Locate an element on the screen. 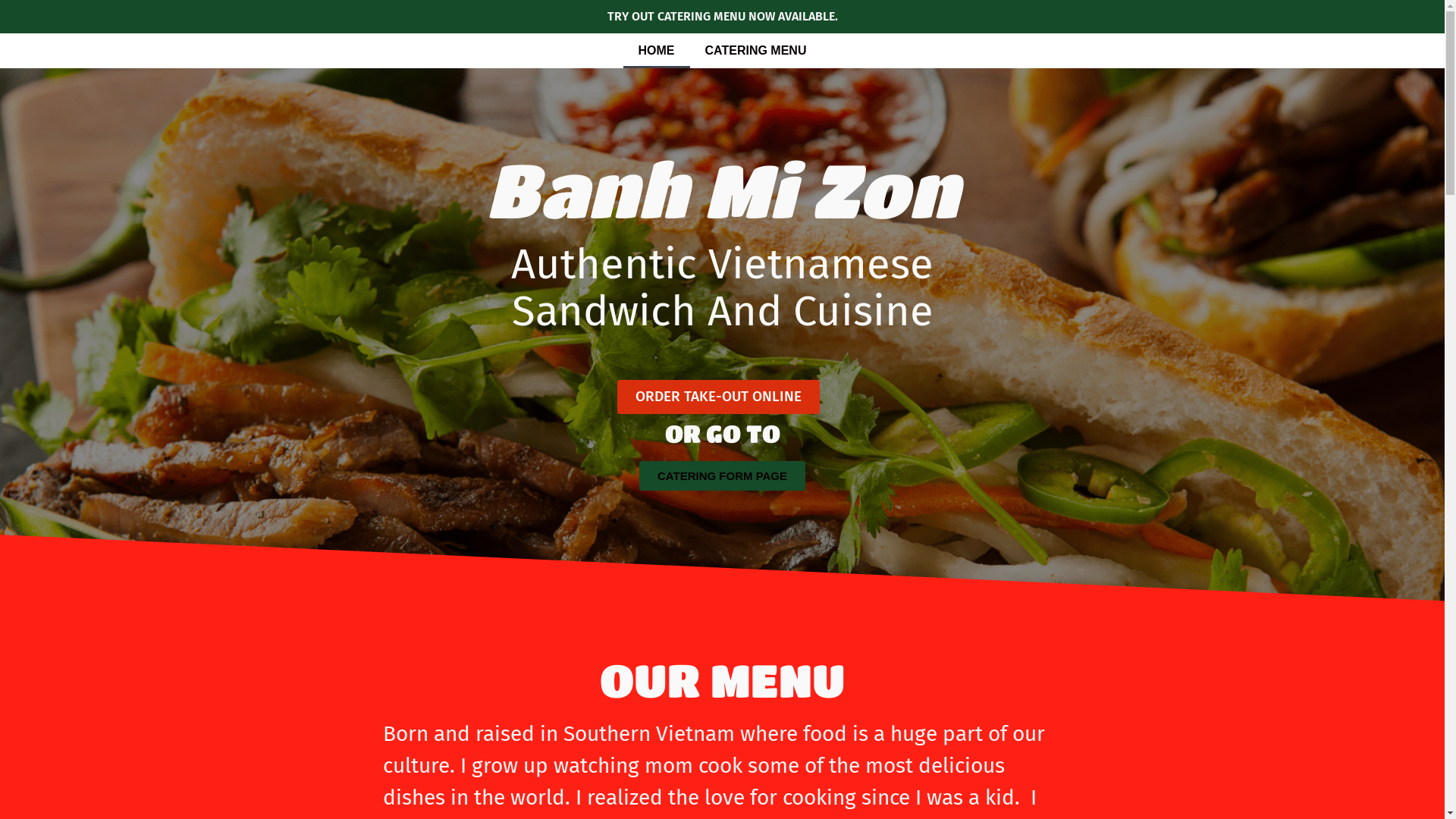 Image resolution: width=1456 pixels, height=819 pixels. 'HOME' is located at coordinates (656, 49).